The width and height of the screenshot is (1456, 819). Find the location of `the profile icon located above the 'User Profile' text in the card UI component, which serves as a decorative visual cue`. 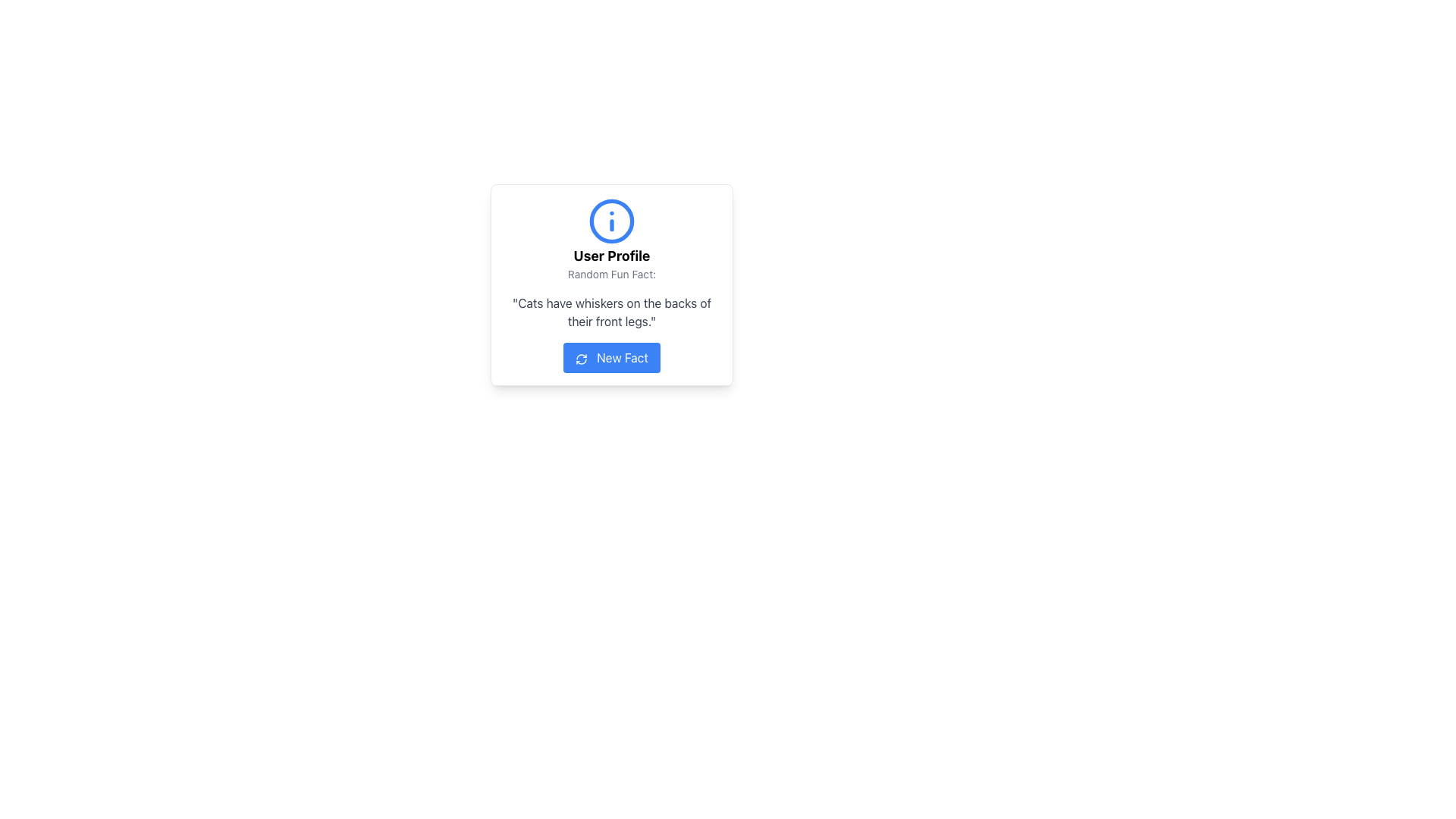

the profile icon located above the 'User Profile' text in the card UI component, which serves as a decorative visual cue is located at coordinates (611, 221).